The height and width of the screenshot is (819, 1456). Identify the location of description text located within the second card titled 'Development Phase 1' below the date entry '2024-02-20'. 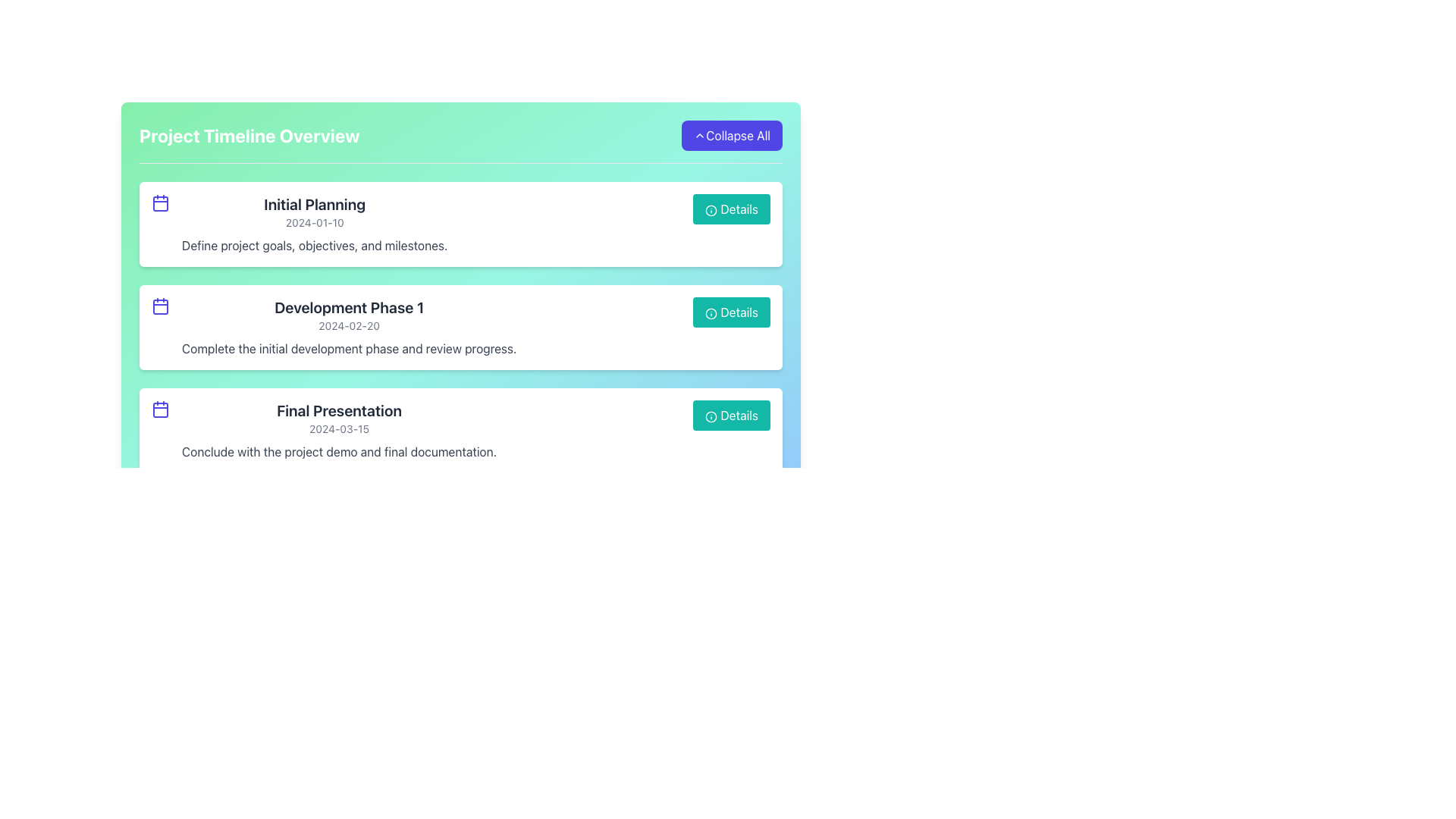
(348, 348).